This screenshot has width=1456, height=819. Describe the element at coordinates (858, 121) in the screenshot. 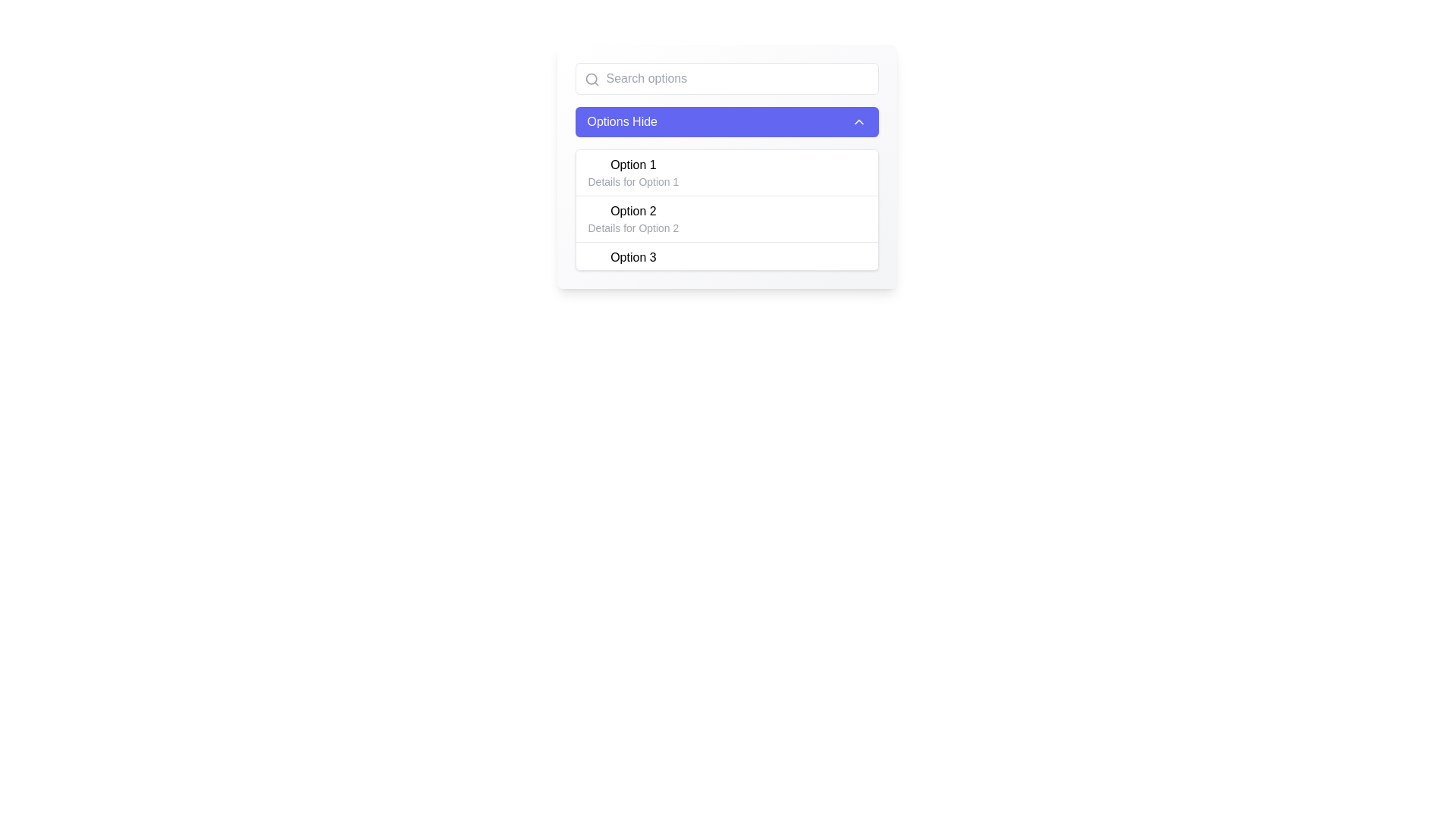

I see `the upward-pointing chevron icon adjacent to the 'Options Hide' button` at that location.